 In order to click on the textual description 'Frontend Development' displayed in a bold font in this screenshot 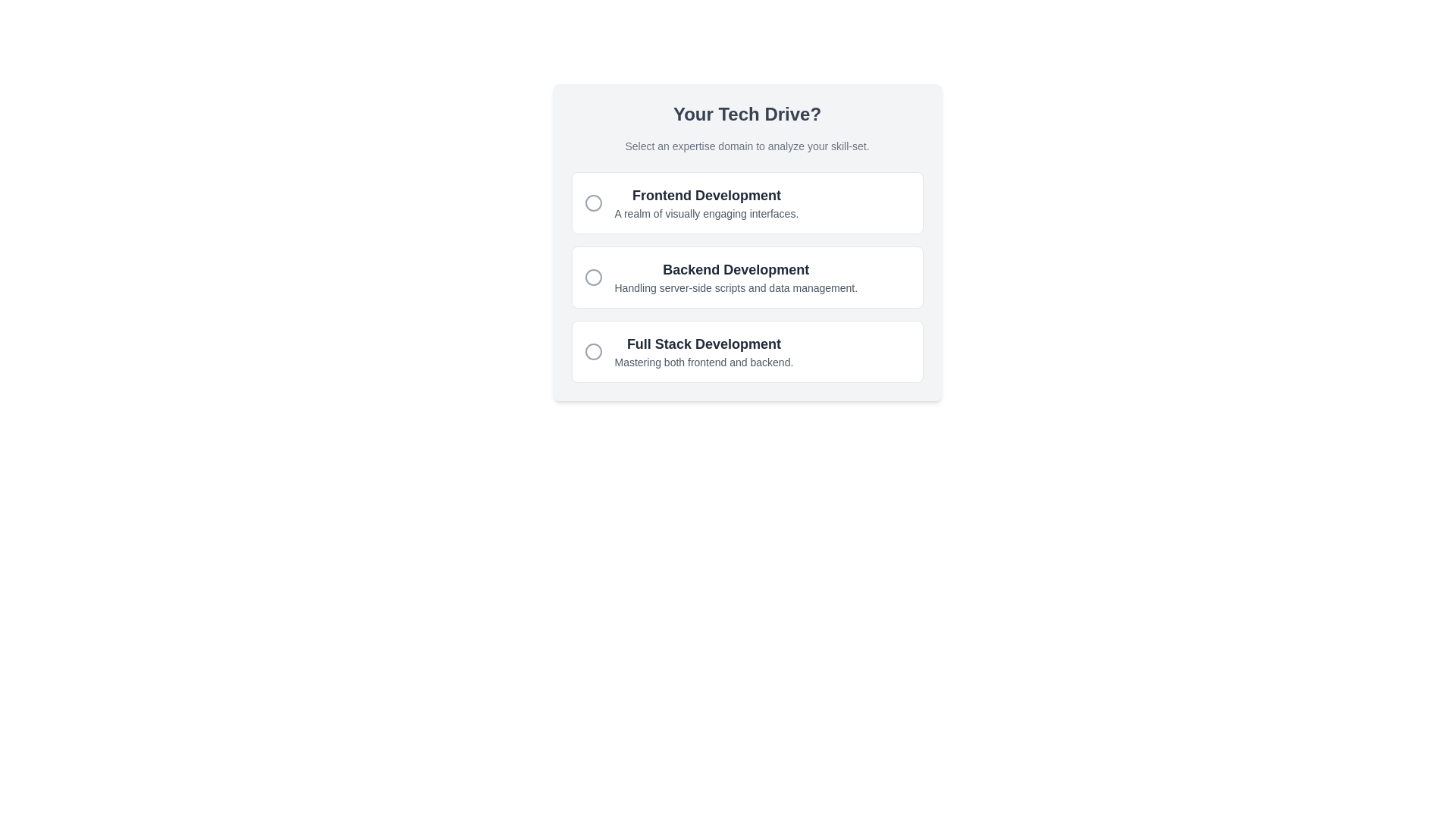, I will do `click(705, 202)`.